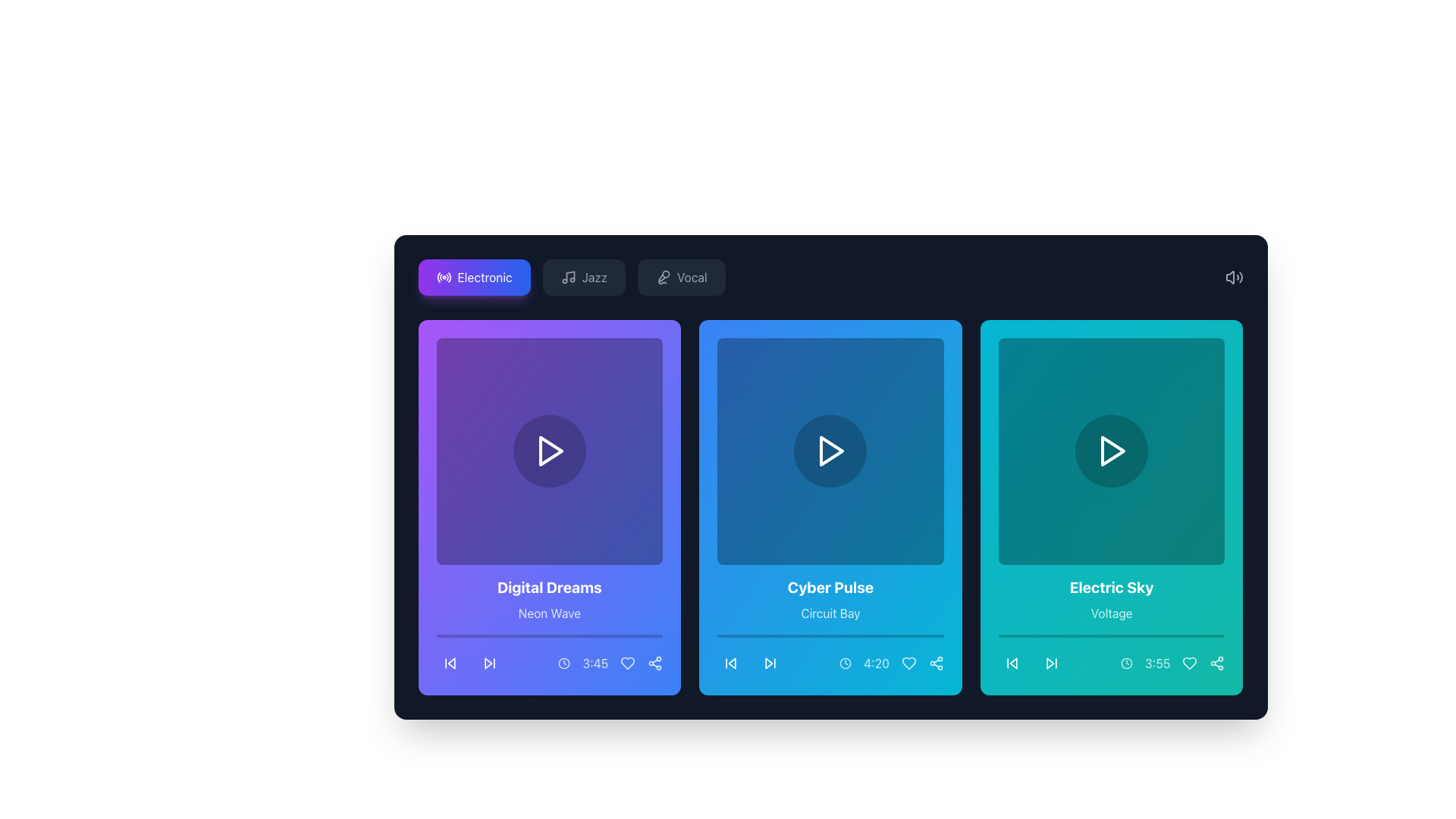 This screenshot has height=819, width=1456. Describe the element at coordinates (1112, 586) in the screenshot. I see `the text label displaying 'Electric Sky' in a bold, extra-large font located at the bottom of the third card in a three-card layout` at that location.